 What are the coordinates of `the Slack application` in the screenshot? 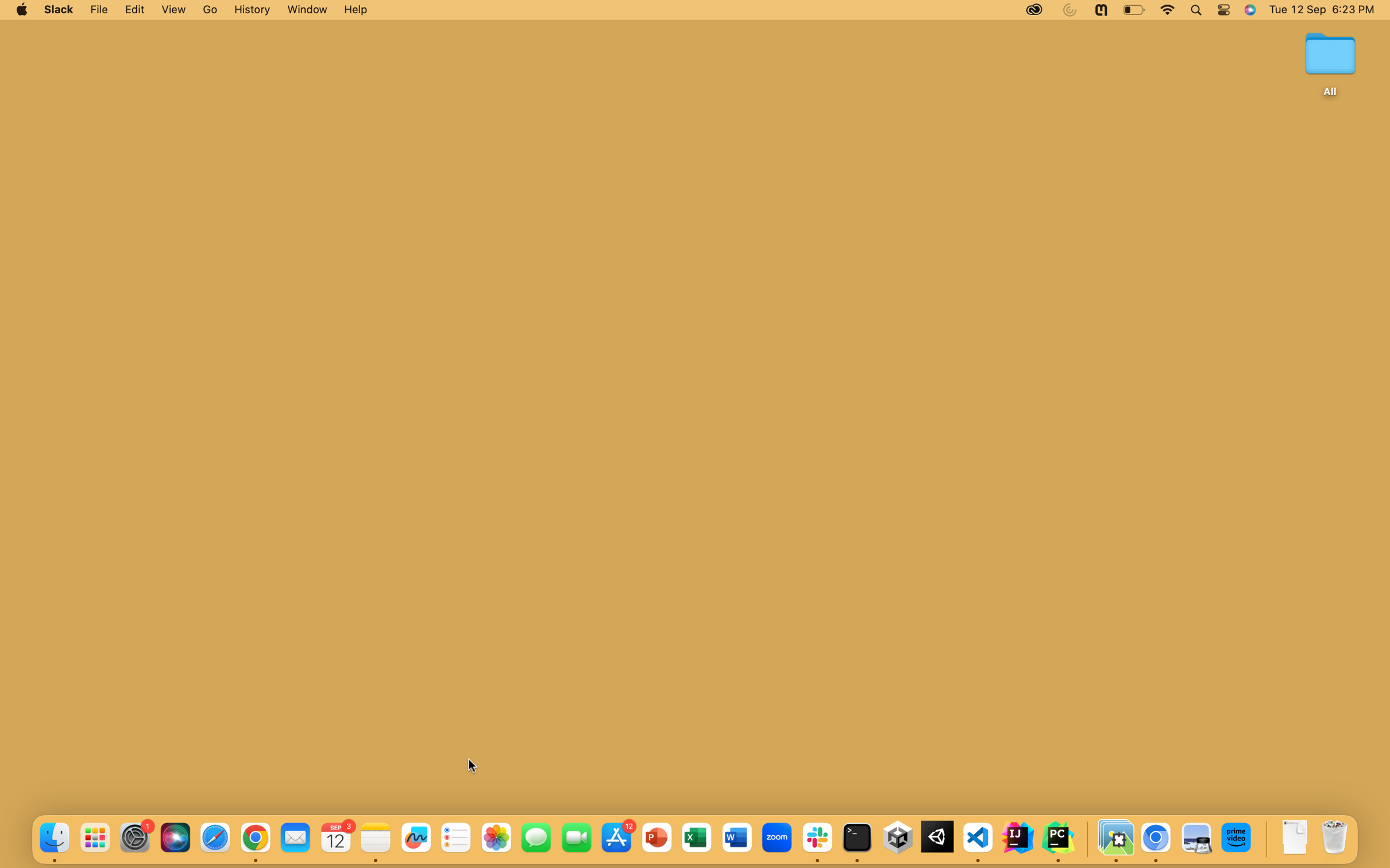 It's located at (59, 11).